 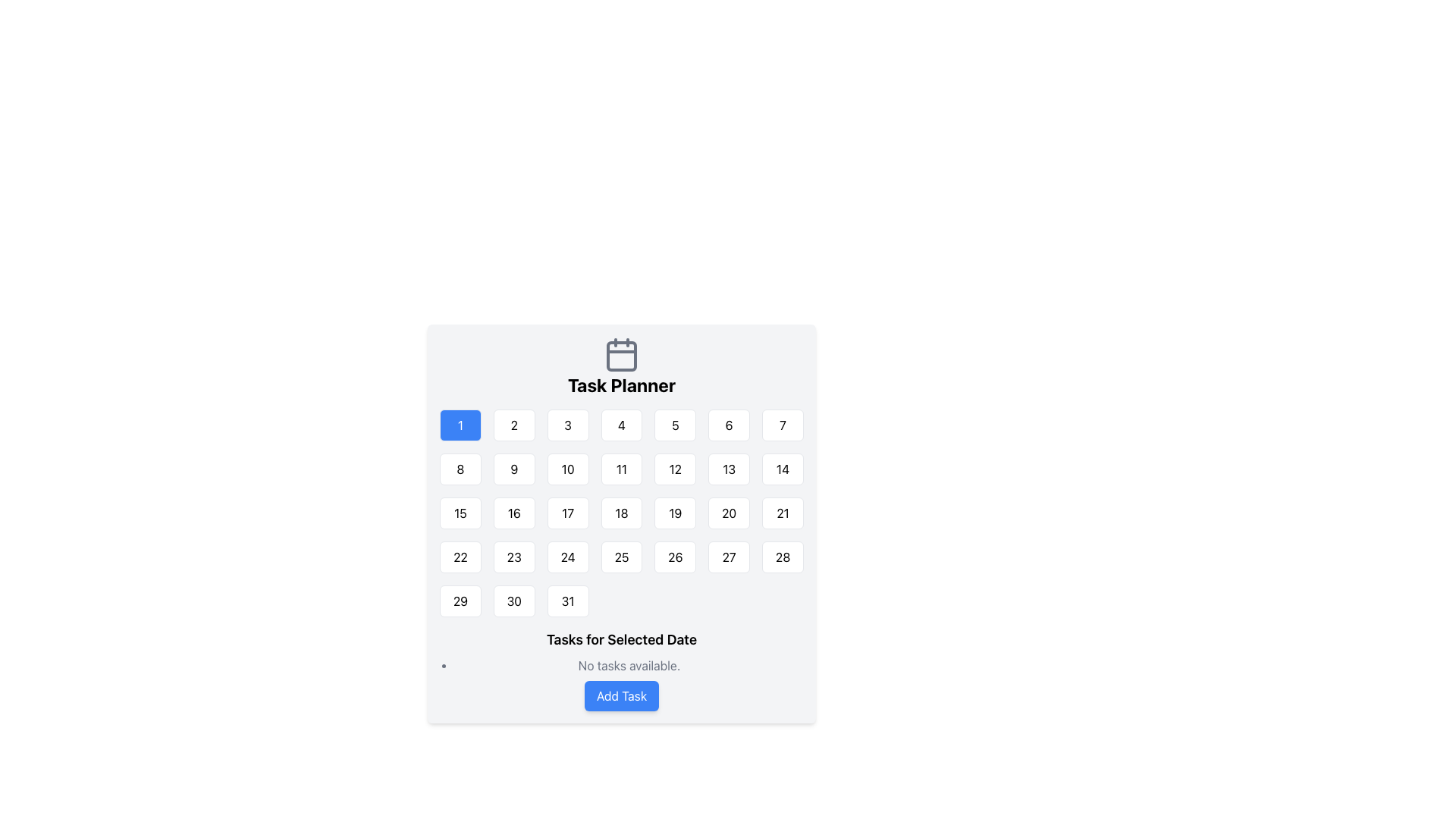 What do you see at coordinates (460, 425) in the screenshot?
I see `the blue rectangular button with white text '1' located in the top-left corner of the calendar grid` at bounding box center [460, 425].